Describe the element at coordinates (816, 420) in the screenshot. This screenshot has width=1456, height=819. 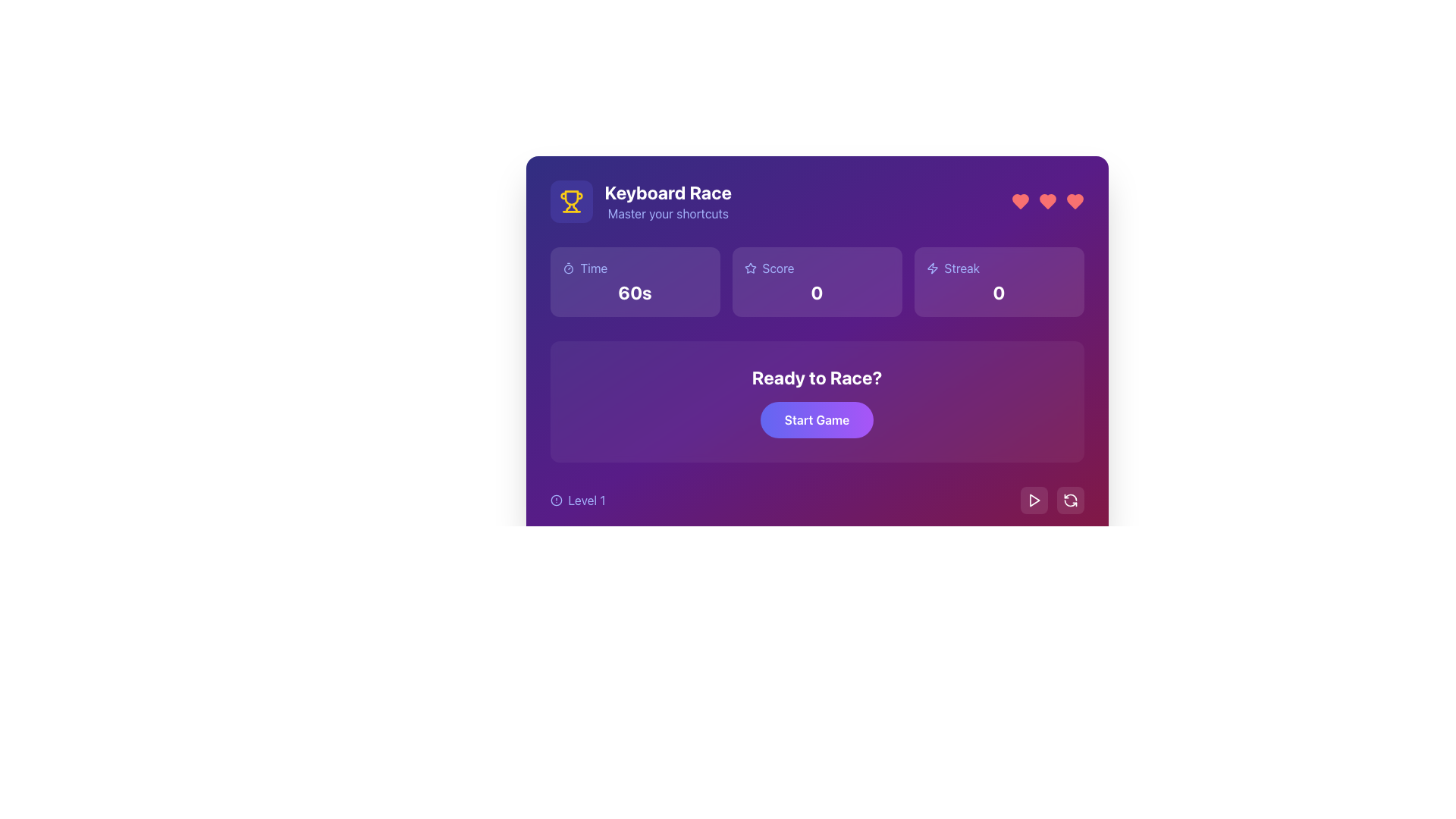
I see `the 'Start Game' button, which is styled with a gradient background from indigo to purple and has white text` at that location.